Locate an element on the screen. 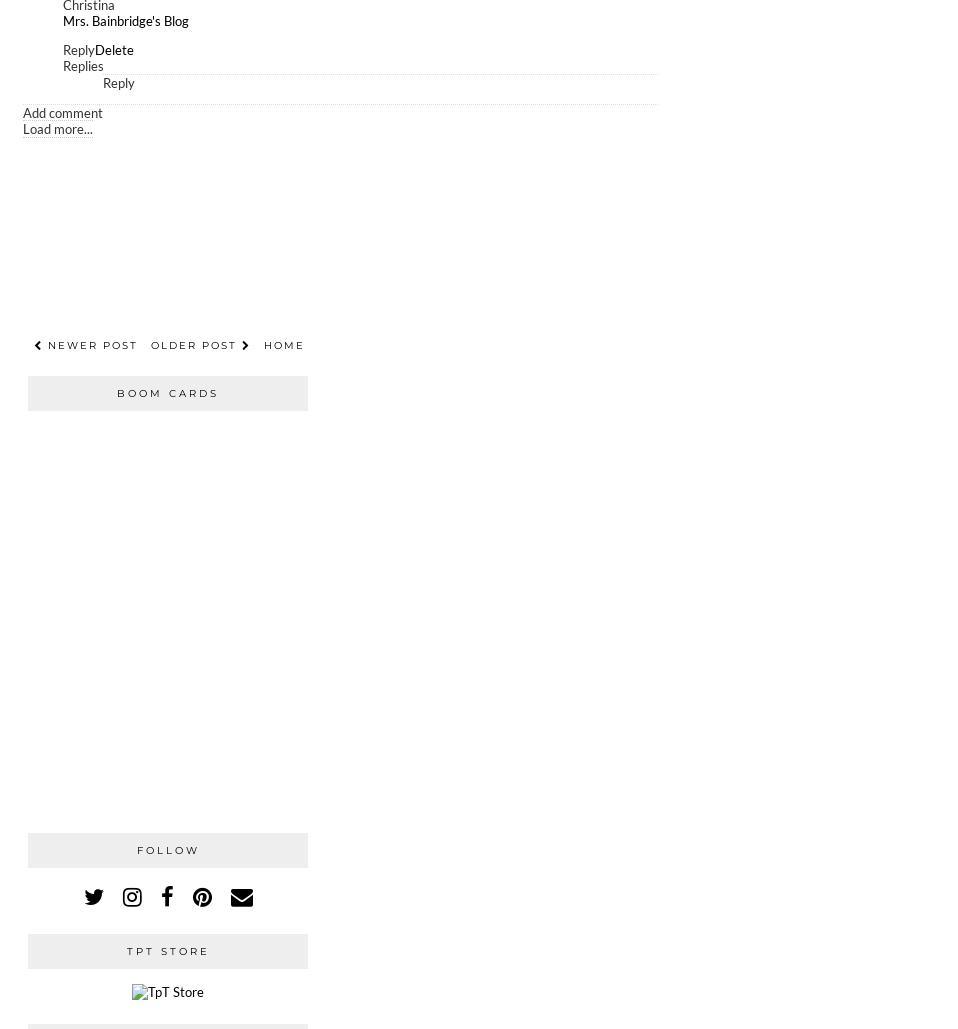 The width and height of the screenshot is (958, 1029). 'Delete' is located at coordinates (114, 50).